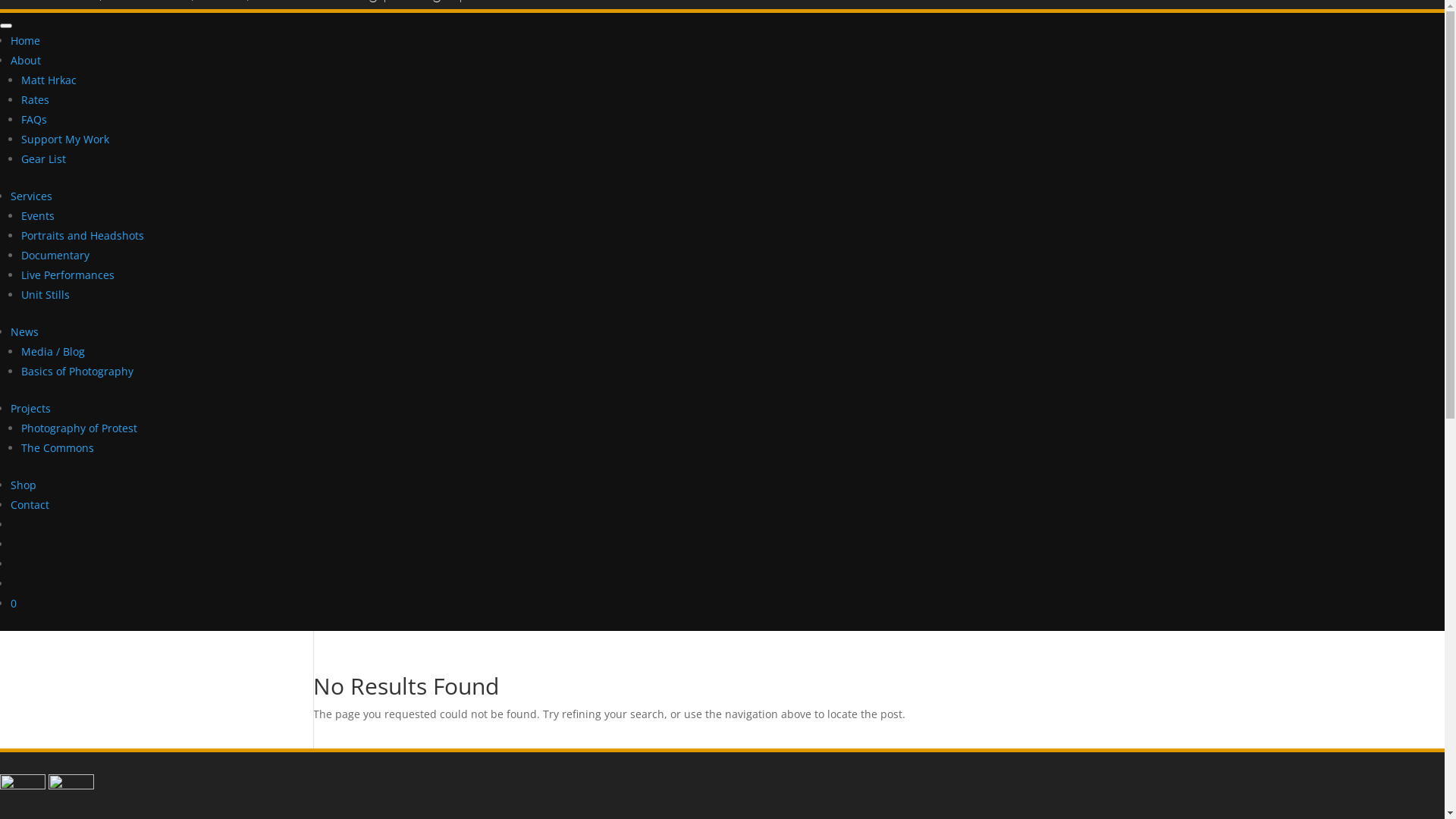 This screenshot has height=819, width=1456. I want to click on 'Support My Work', so click(64, 139).